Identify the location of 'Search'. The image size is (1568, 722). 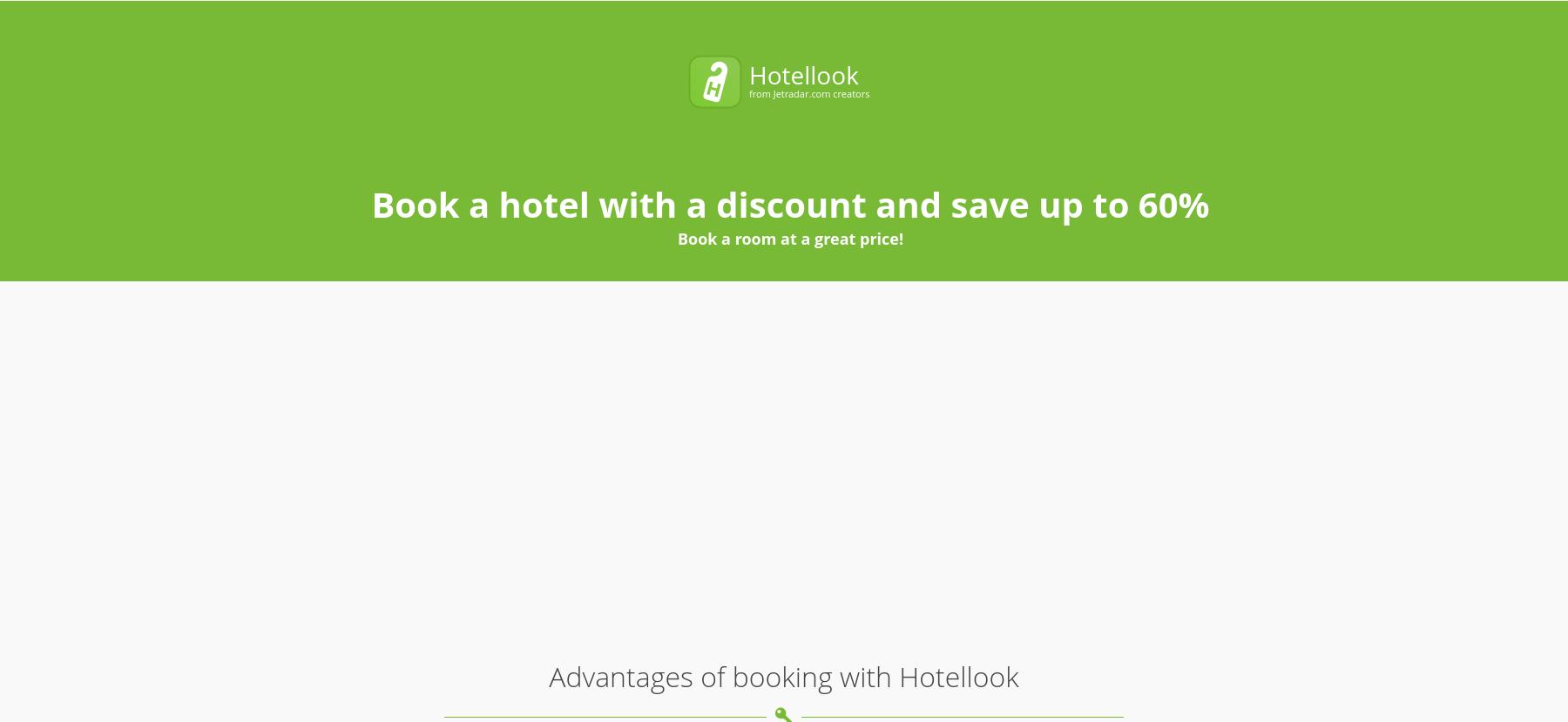
(1127, 64).